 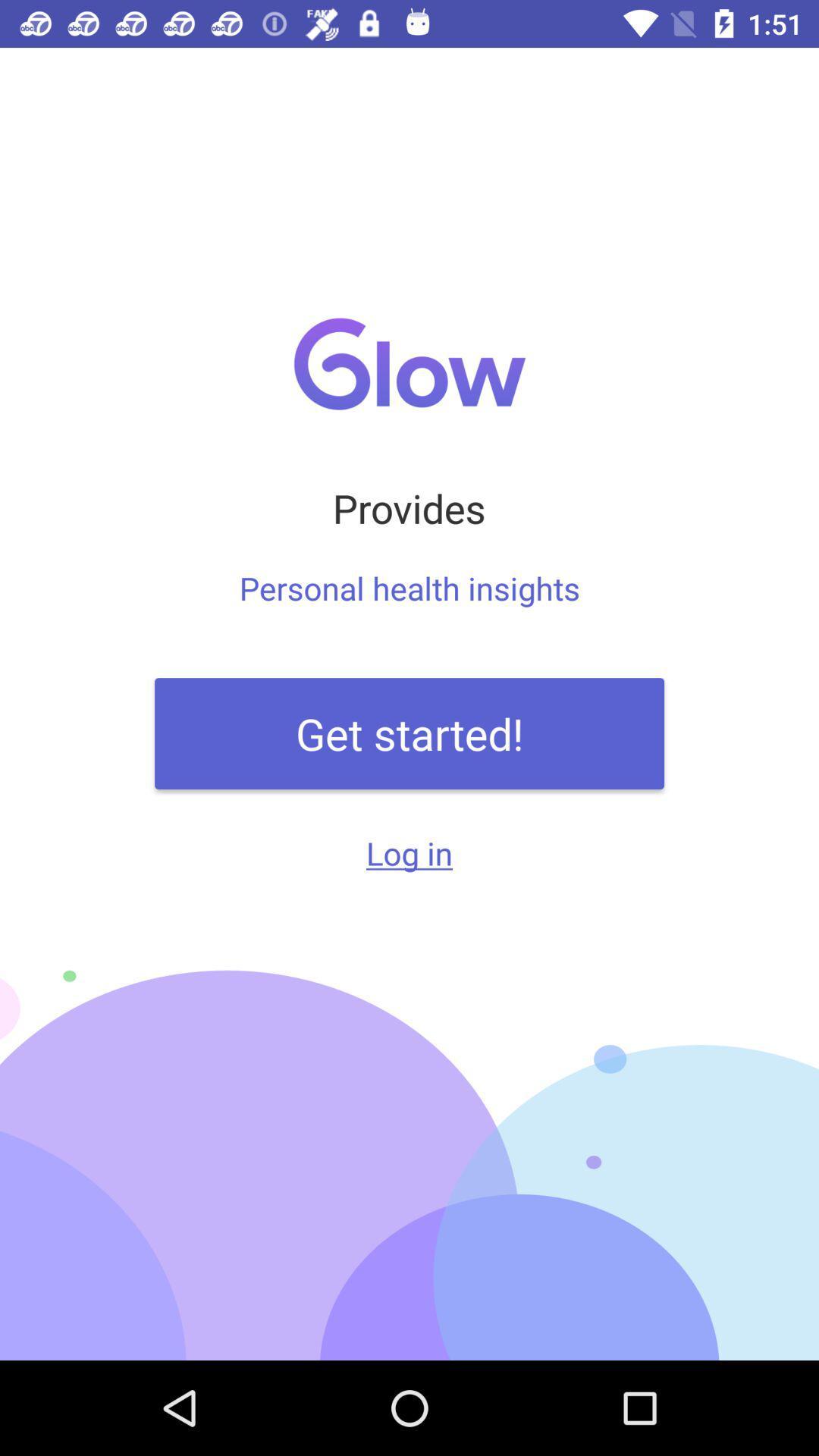 What do you see at coordinates (409, 733) in the screenshot?
I see `the item above log in` at bounding box center [409, 733].